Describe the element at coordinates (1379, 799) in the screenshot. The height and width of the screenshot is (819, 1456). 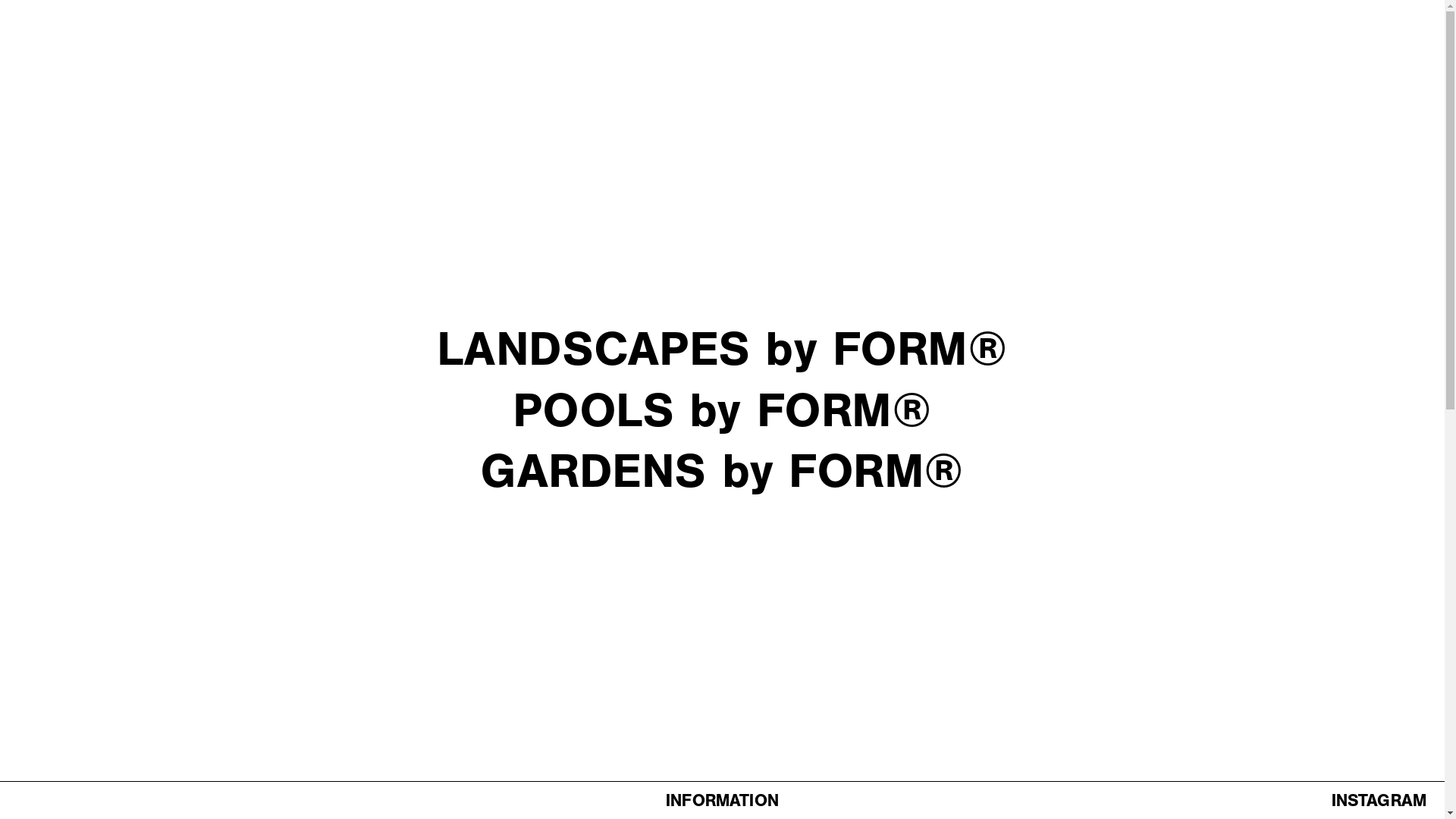
I see `'INSTAGRAM'` at that location.